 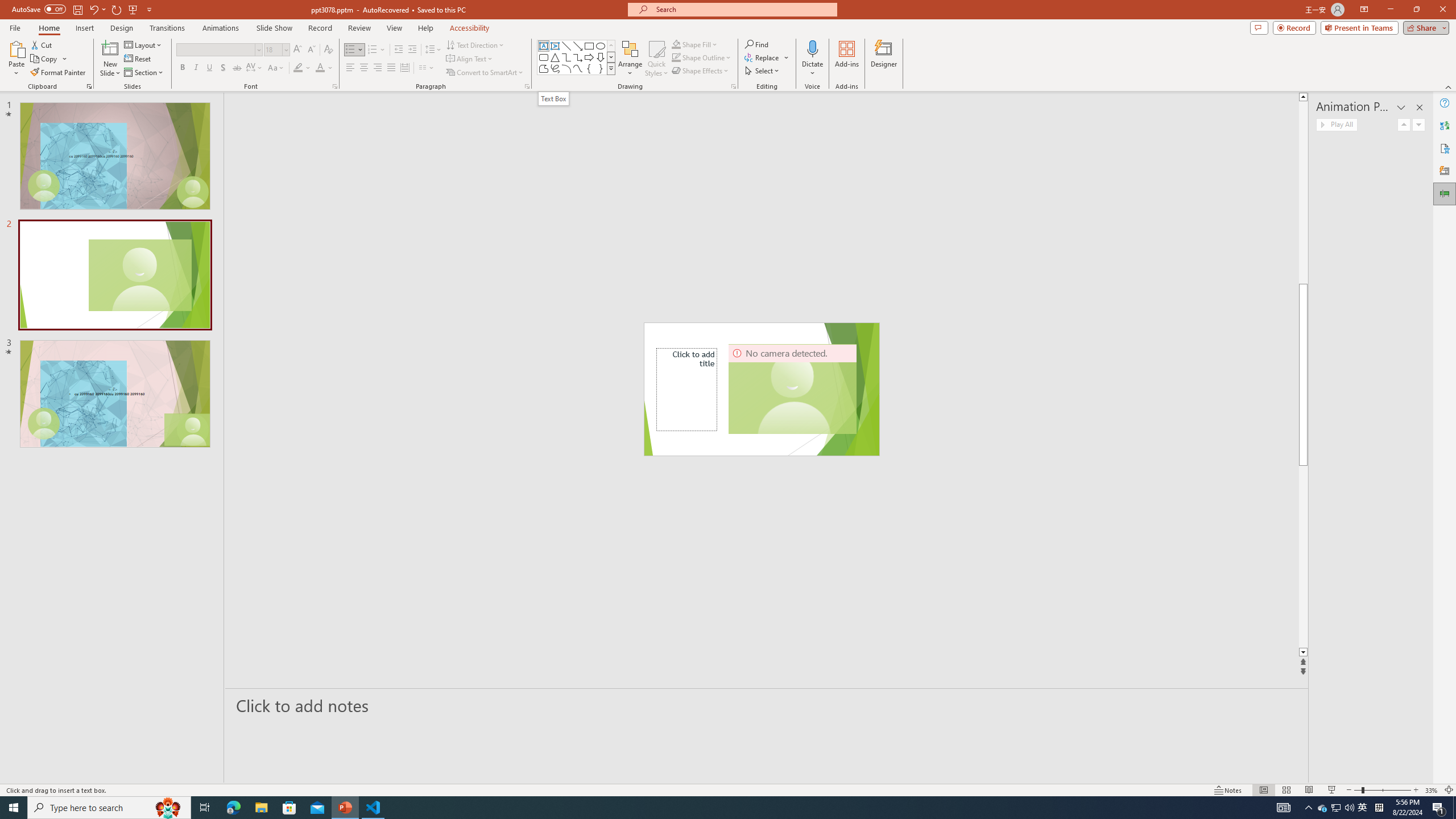 I want to click on 'Play All', so click(x=1336, y=124).